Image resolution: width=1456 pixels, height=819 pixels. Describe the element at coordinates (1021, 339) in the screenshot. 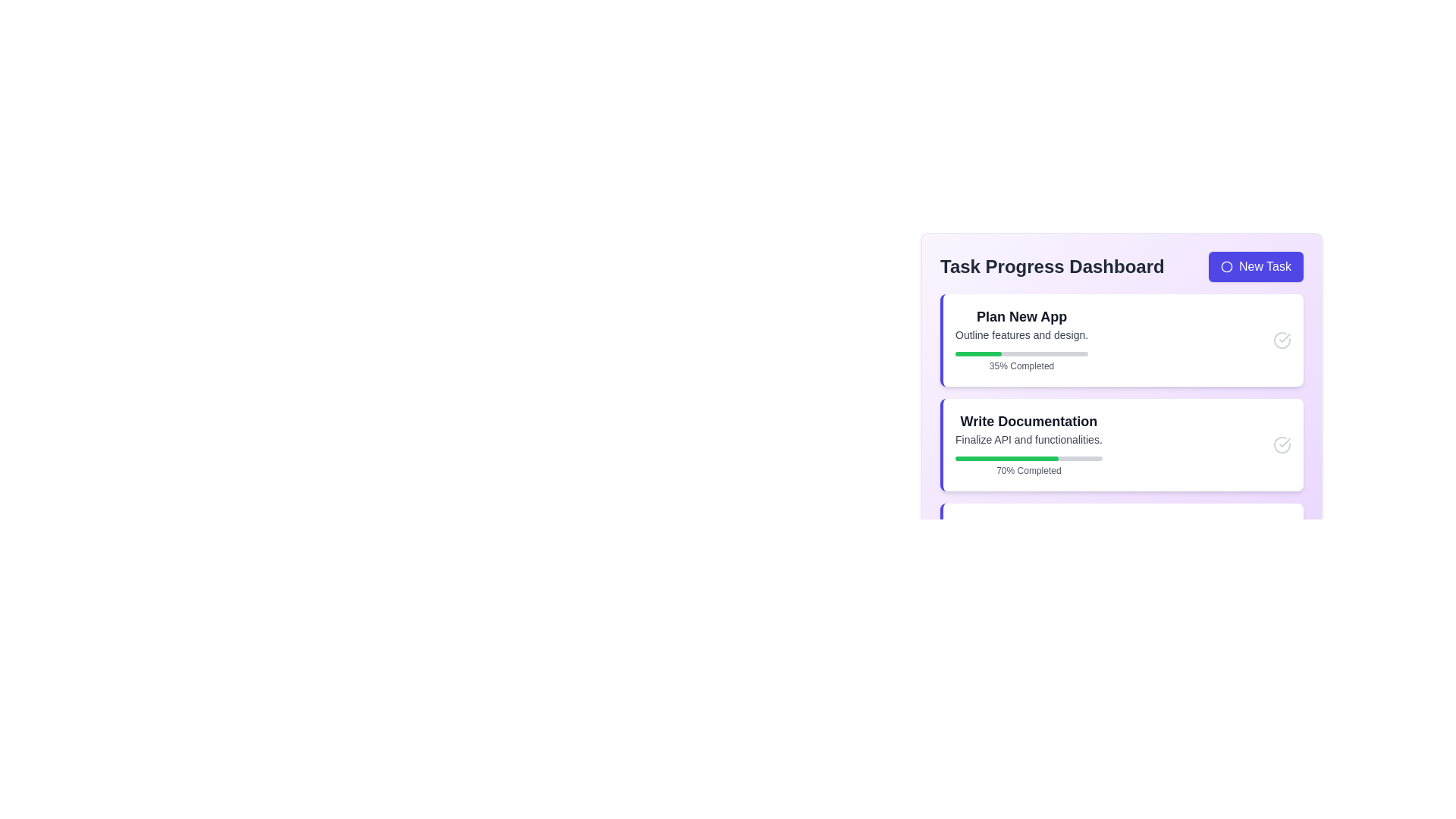

I see `details of the task displayed in the Information Card located in the upper part of the Task Progress Dashboard, which includes the task name, a short description, and the progress of the task completion` at that location.